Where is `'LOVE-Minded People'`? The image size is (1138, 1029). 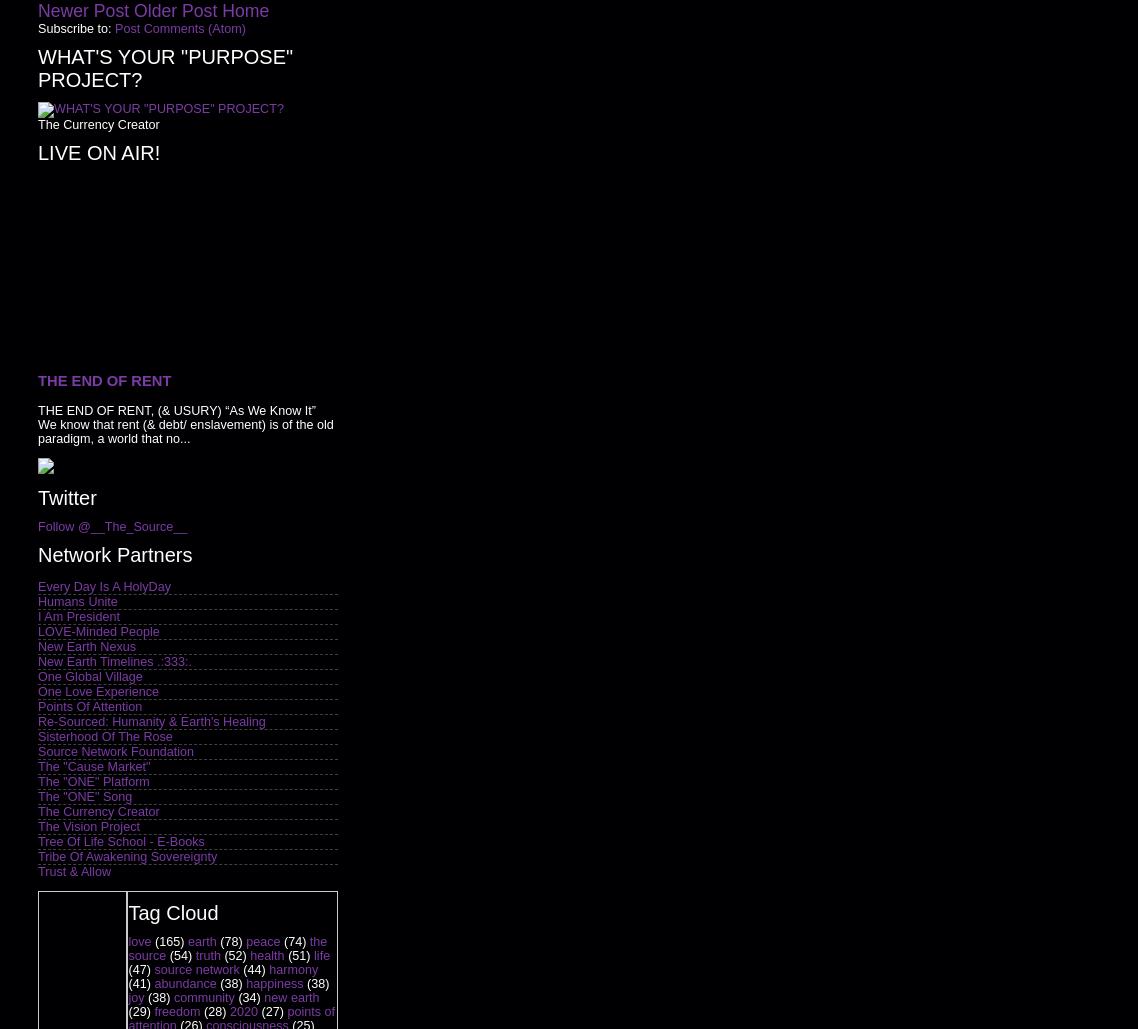
'LOVE-Minded People' is located at coordinates (97, 630).